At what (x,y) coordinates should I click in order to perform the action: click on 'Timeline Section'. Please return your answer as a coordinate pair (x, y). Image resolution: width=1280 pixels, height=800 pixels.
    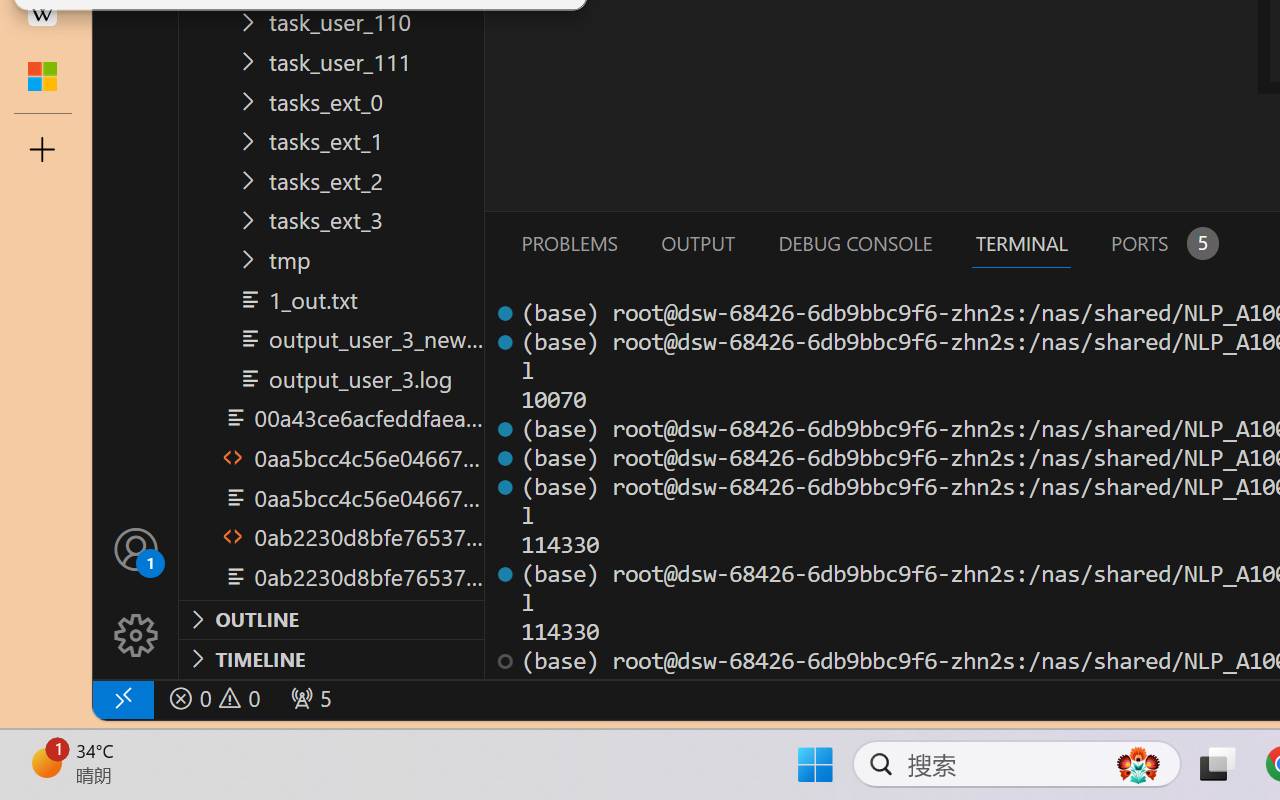
    Looking at the image, I should click on (331, 657).